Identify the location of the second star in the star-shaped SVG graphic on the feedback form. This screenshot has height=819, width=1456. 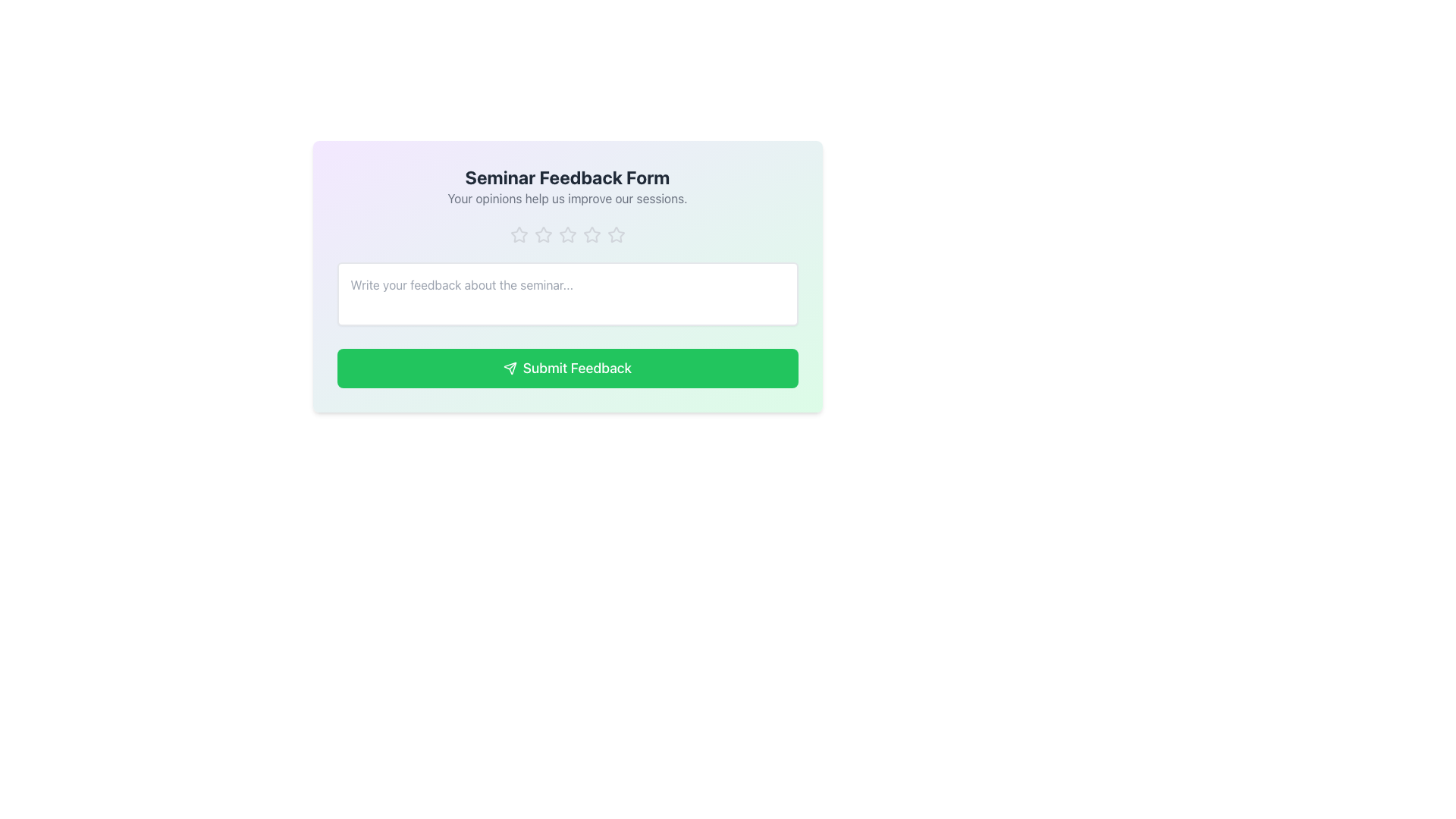
(543, 234).